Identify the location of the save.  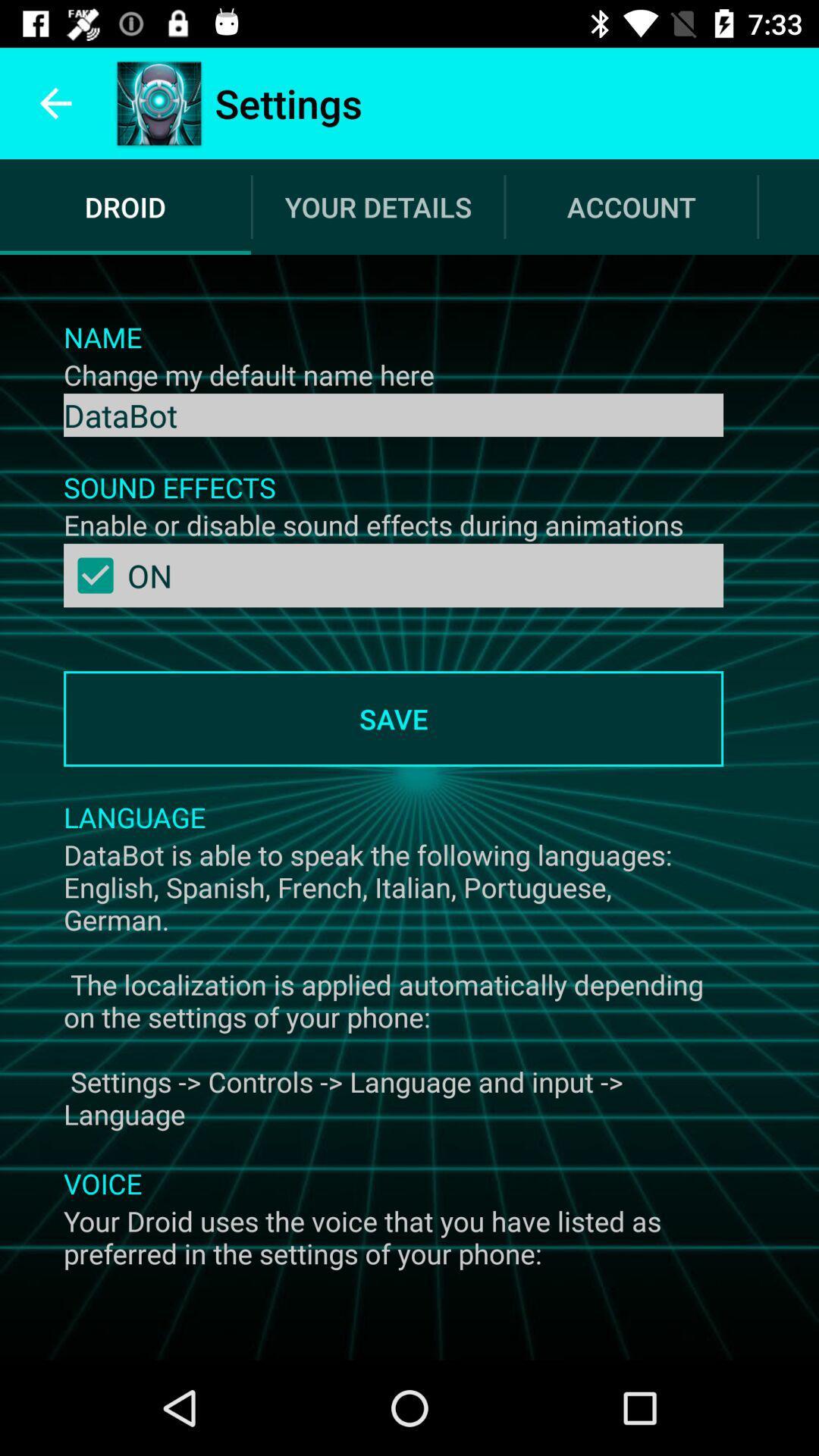
(393, 718).